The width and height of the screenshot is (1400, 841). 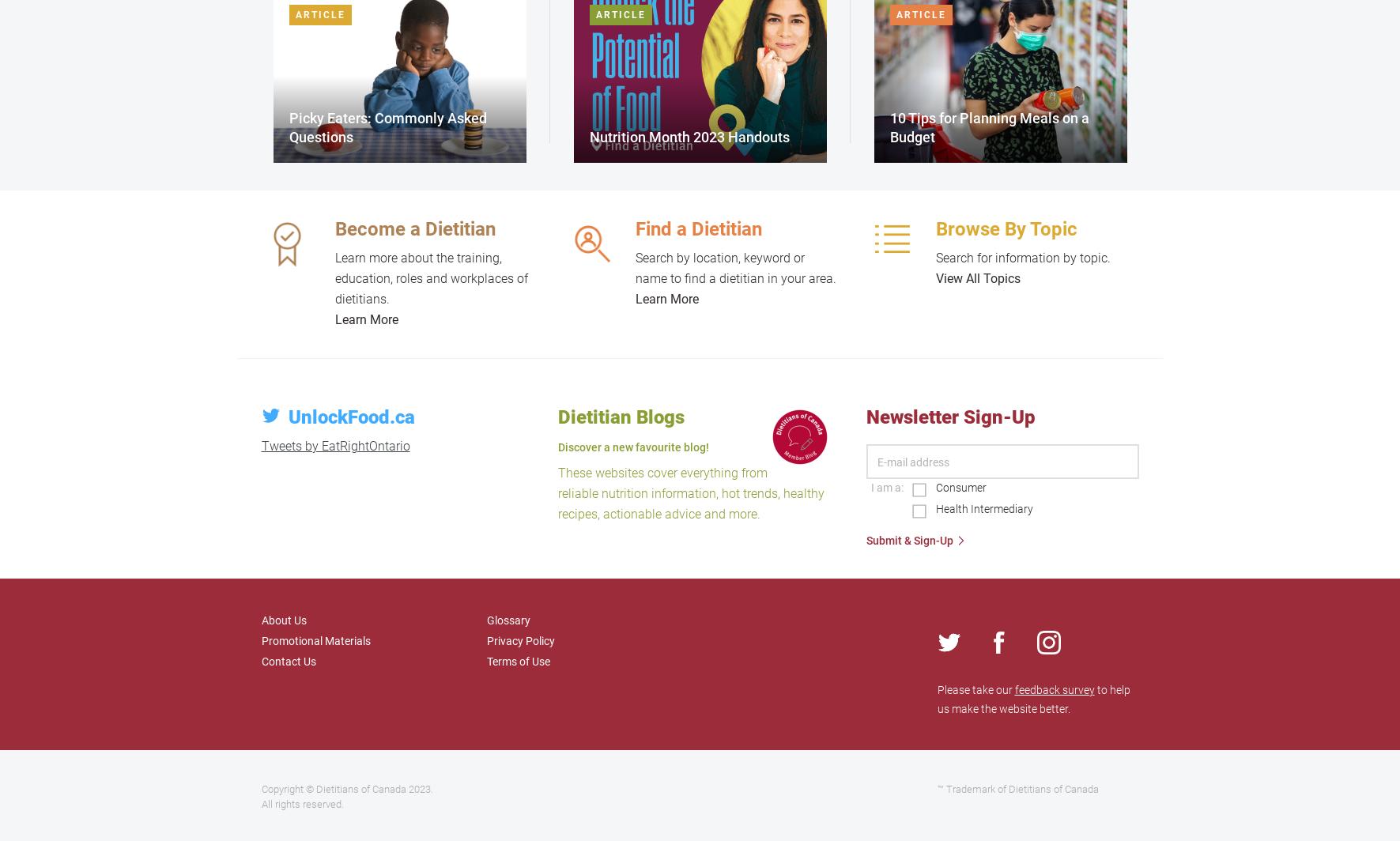 I want to click on 'Search by location, keyword or name to find a dietitian in your area.', so click(x=734, y=268).